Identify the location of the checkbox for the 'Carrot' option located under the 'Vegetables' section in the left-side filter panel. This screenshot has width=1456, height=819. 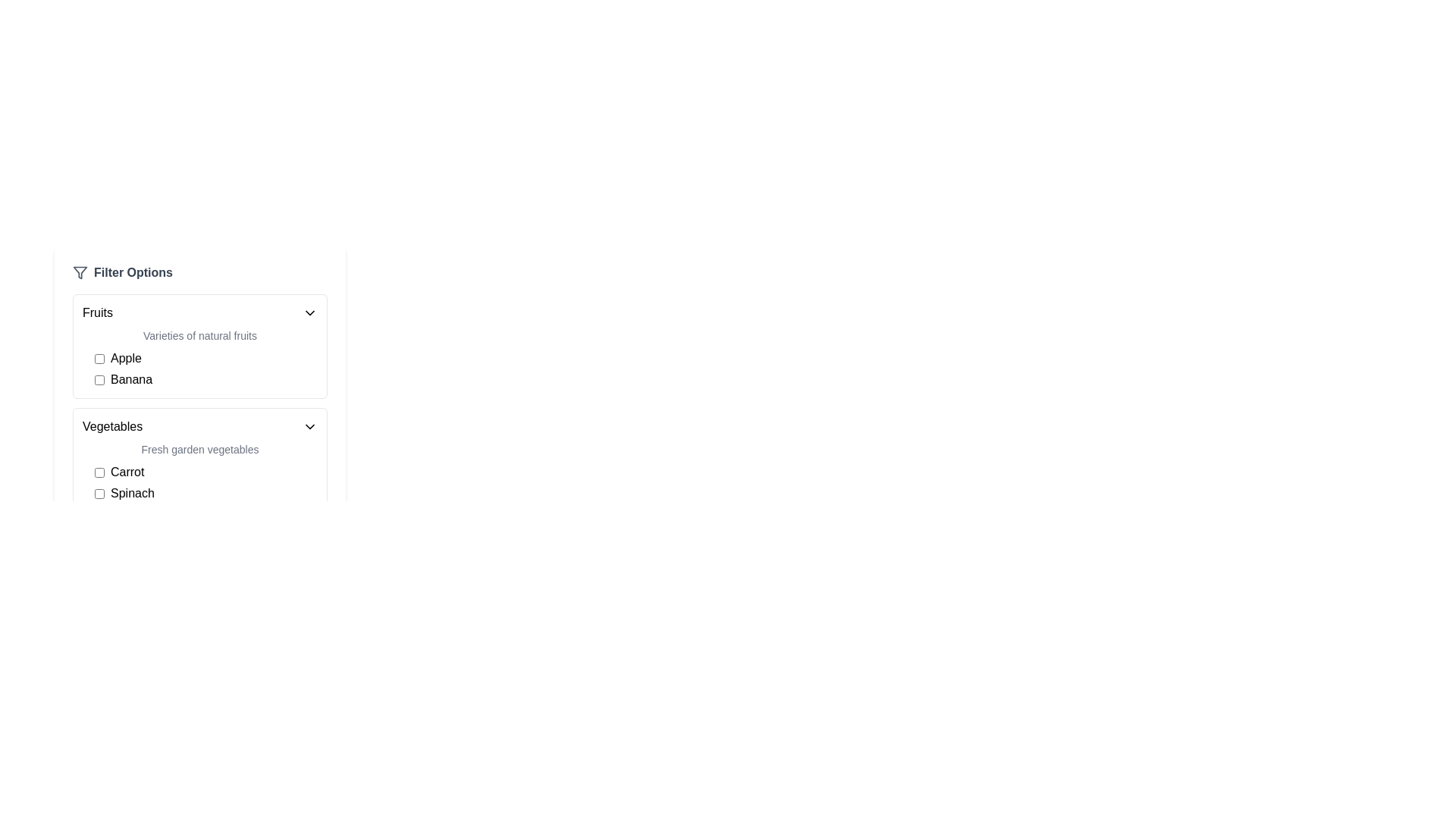
(206, 472).